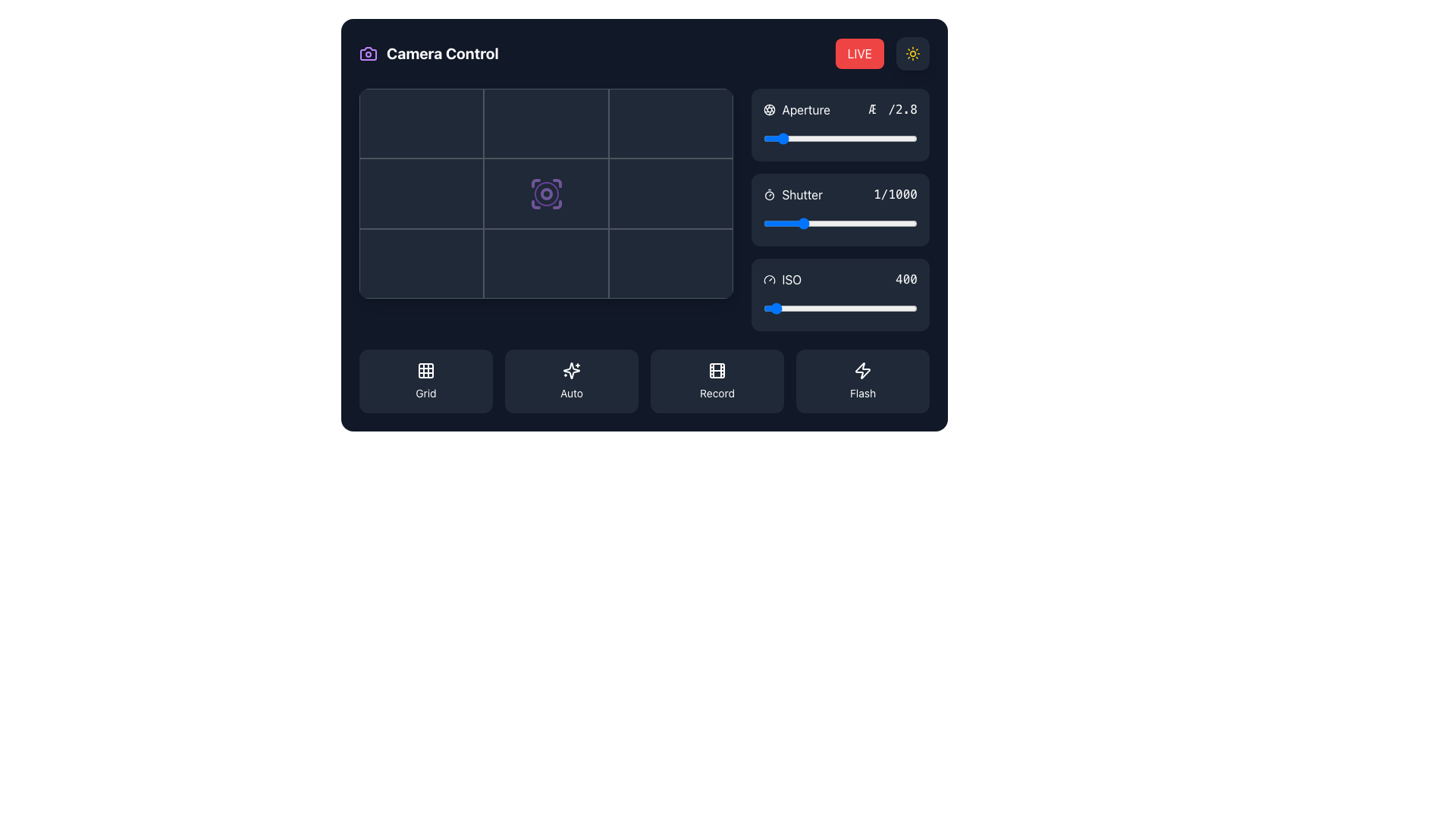 The image size is (1456, 819). I want to click on the camera frame icon located within the camera icon in the top-left corner of the interface, beside the 'Camera Control' label, so click(368, 52).